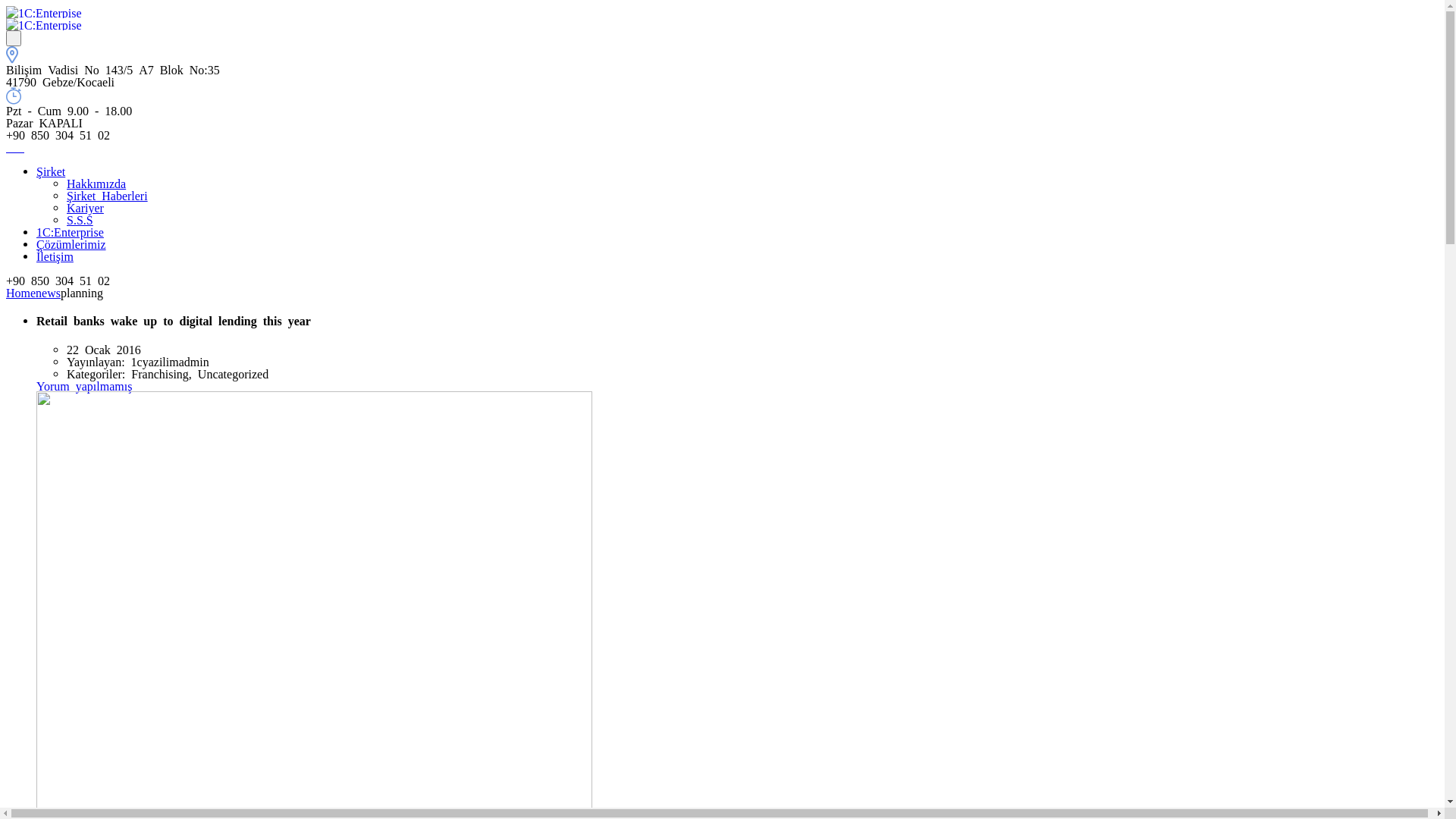 This screenshot has height=819, width=1456. Describe the element at coordinates (21, 146) in the screenshot. I see `' '` at that location.